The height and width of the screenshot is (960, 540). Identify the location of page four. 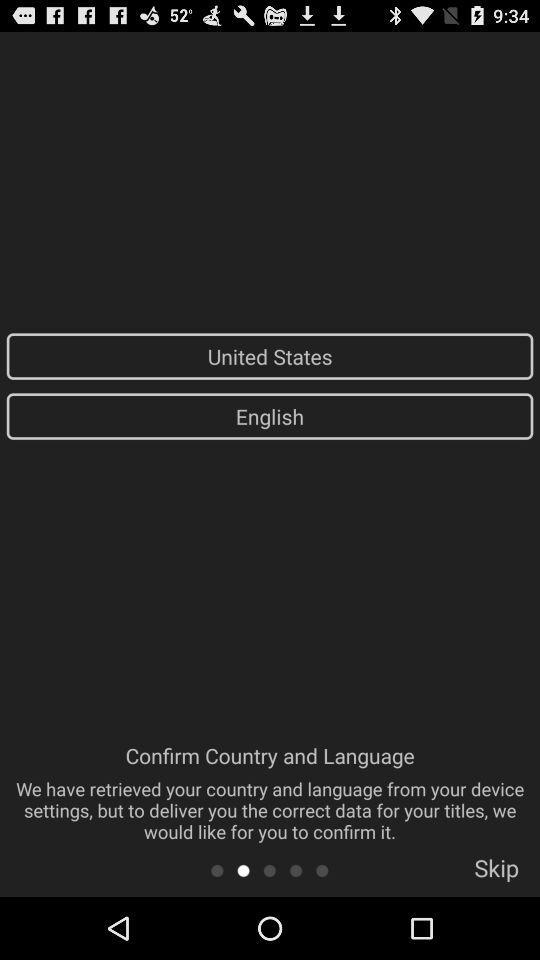
(295, 869).